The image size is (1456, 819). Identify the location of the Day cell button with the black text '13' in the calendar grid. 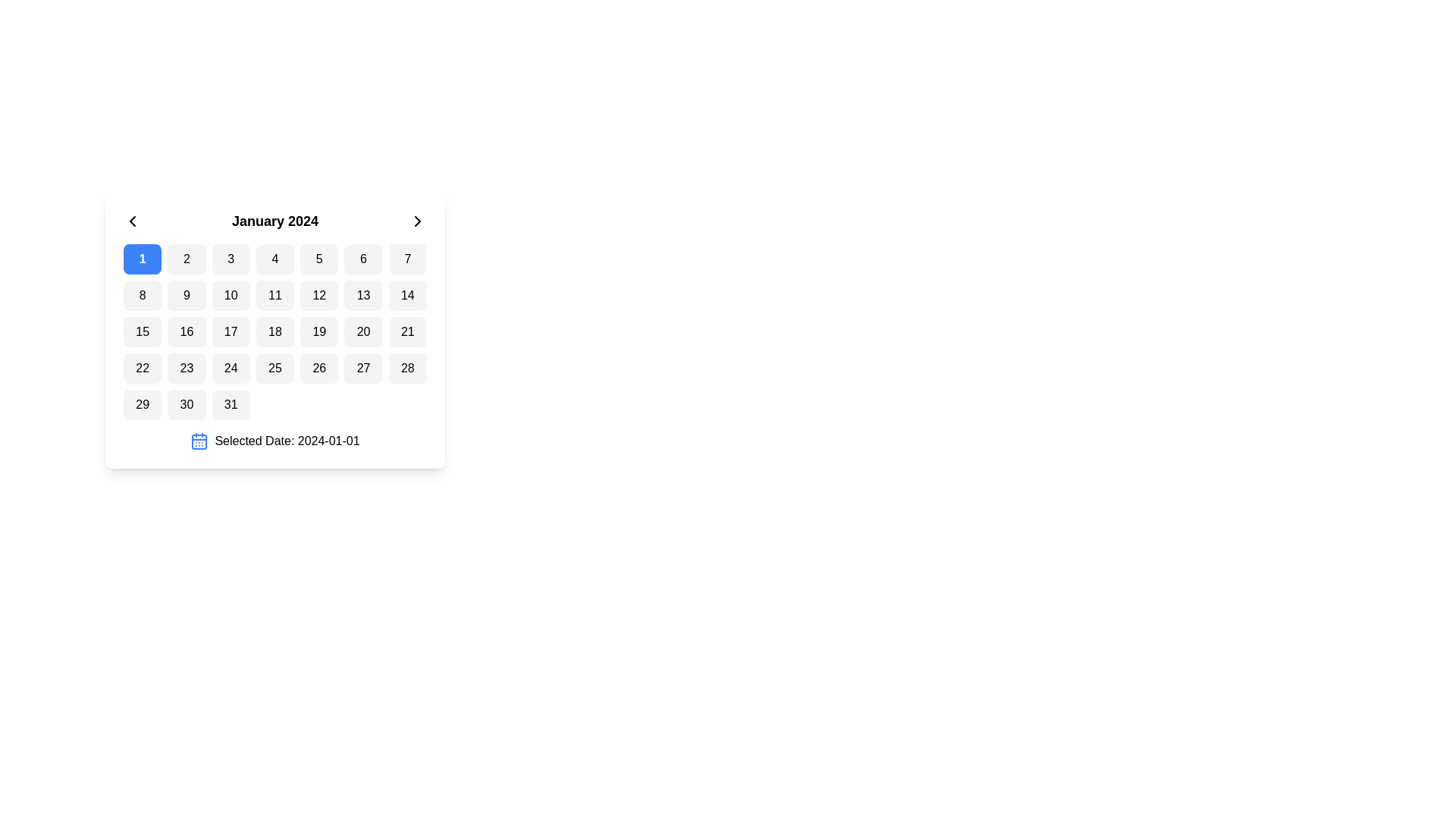
(362, 295).